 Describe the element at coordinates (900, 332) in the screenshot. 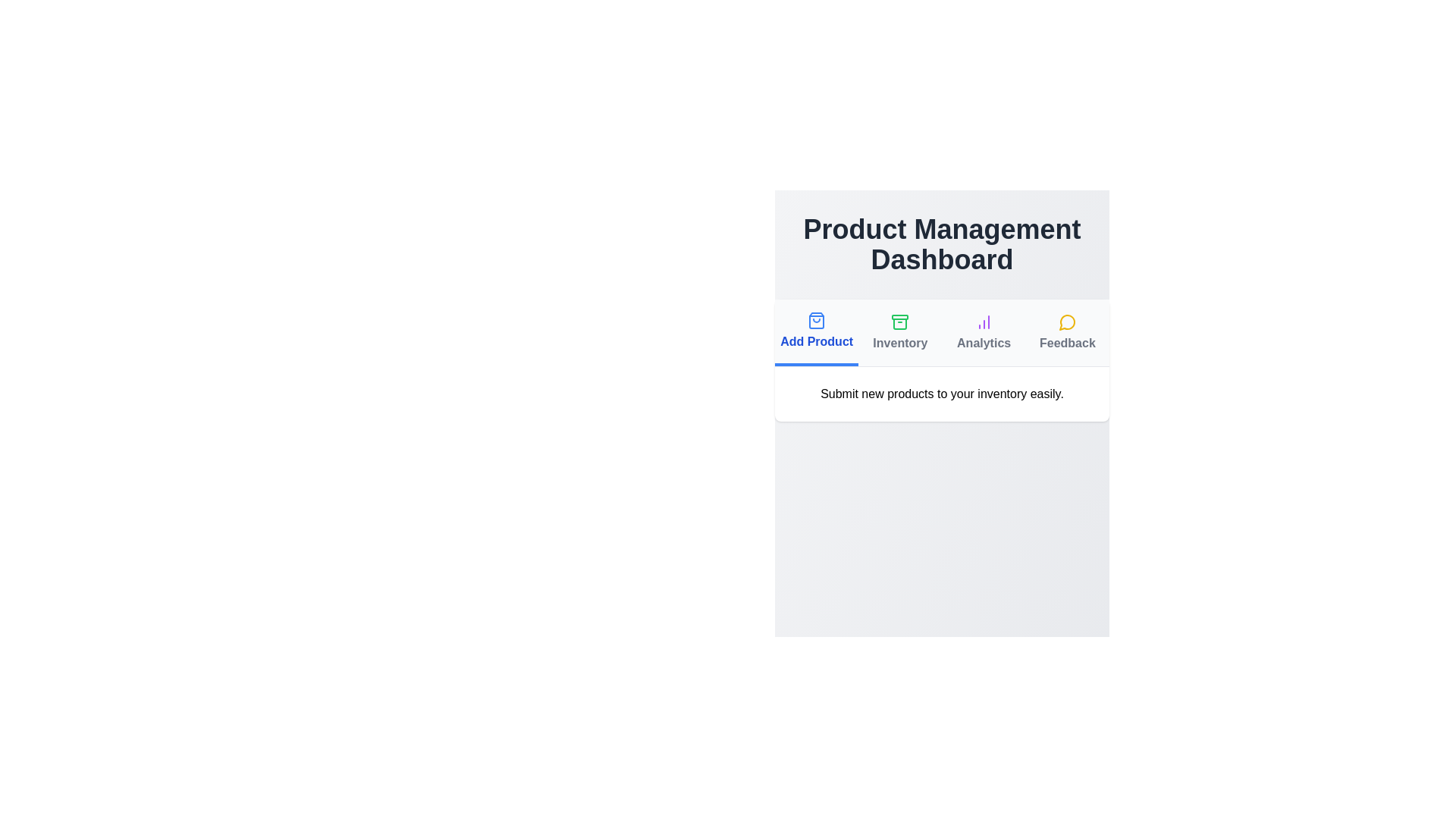

I see `the 'Inventory' button, which is the second button from the left in the horizontal group under 'Product Management Dashboard'` at that location.